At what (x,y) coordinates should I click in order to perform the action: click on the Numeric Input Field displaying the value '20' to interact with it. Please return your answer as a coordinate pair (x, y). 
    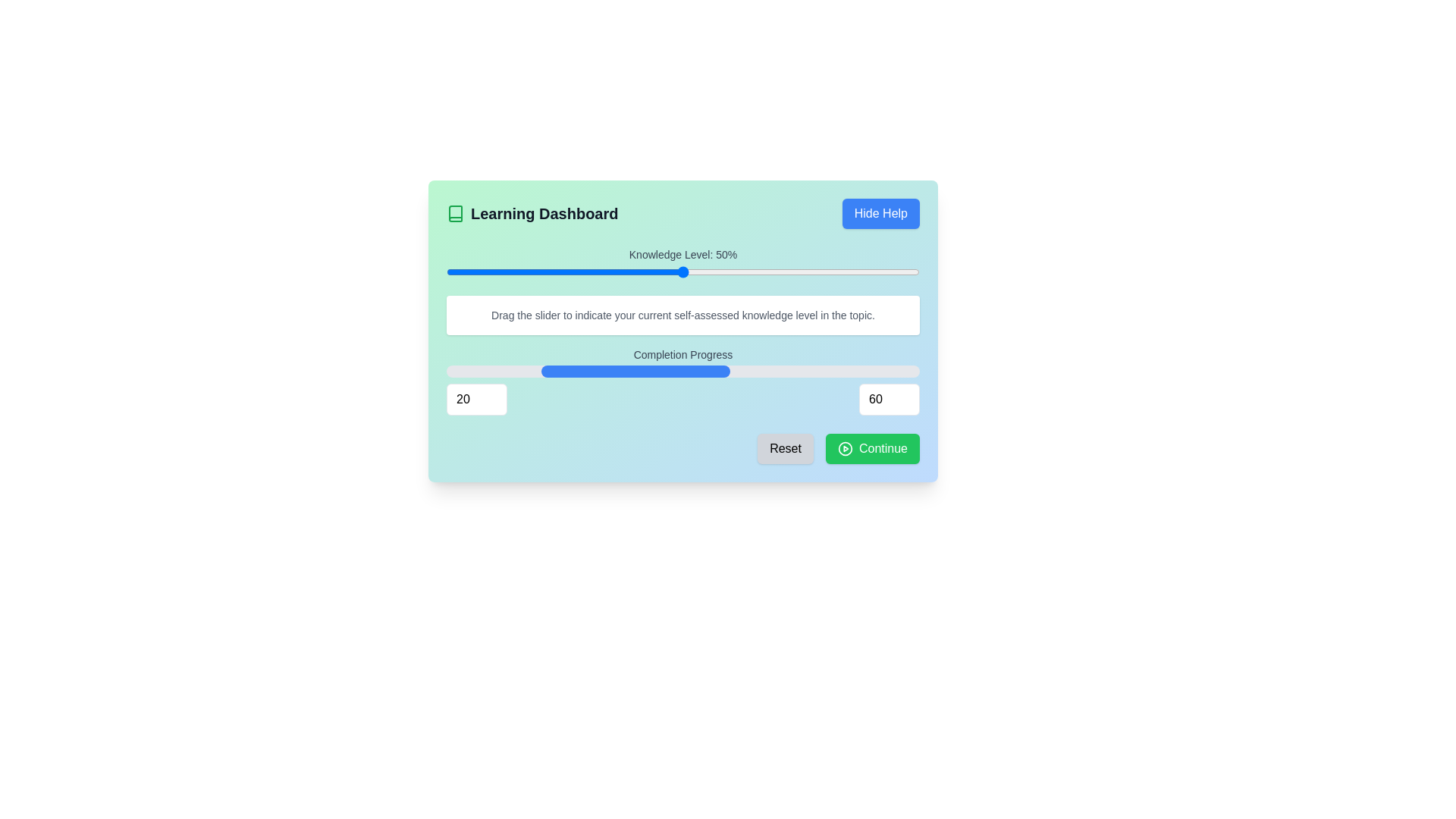
    Looking at the image, I should click on (475, 399).